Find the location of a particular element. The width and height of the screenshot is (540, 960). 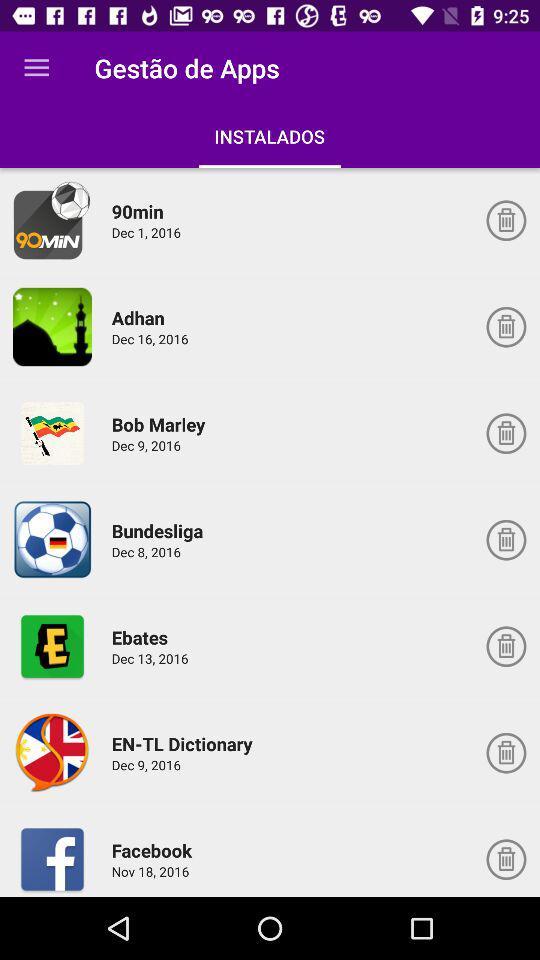

app is located at coordinates (52, 752).